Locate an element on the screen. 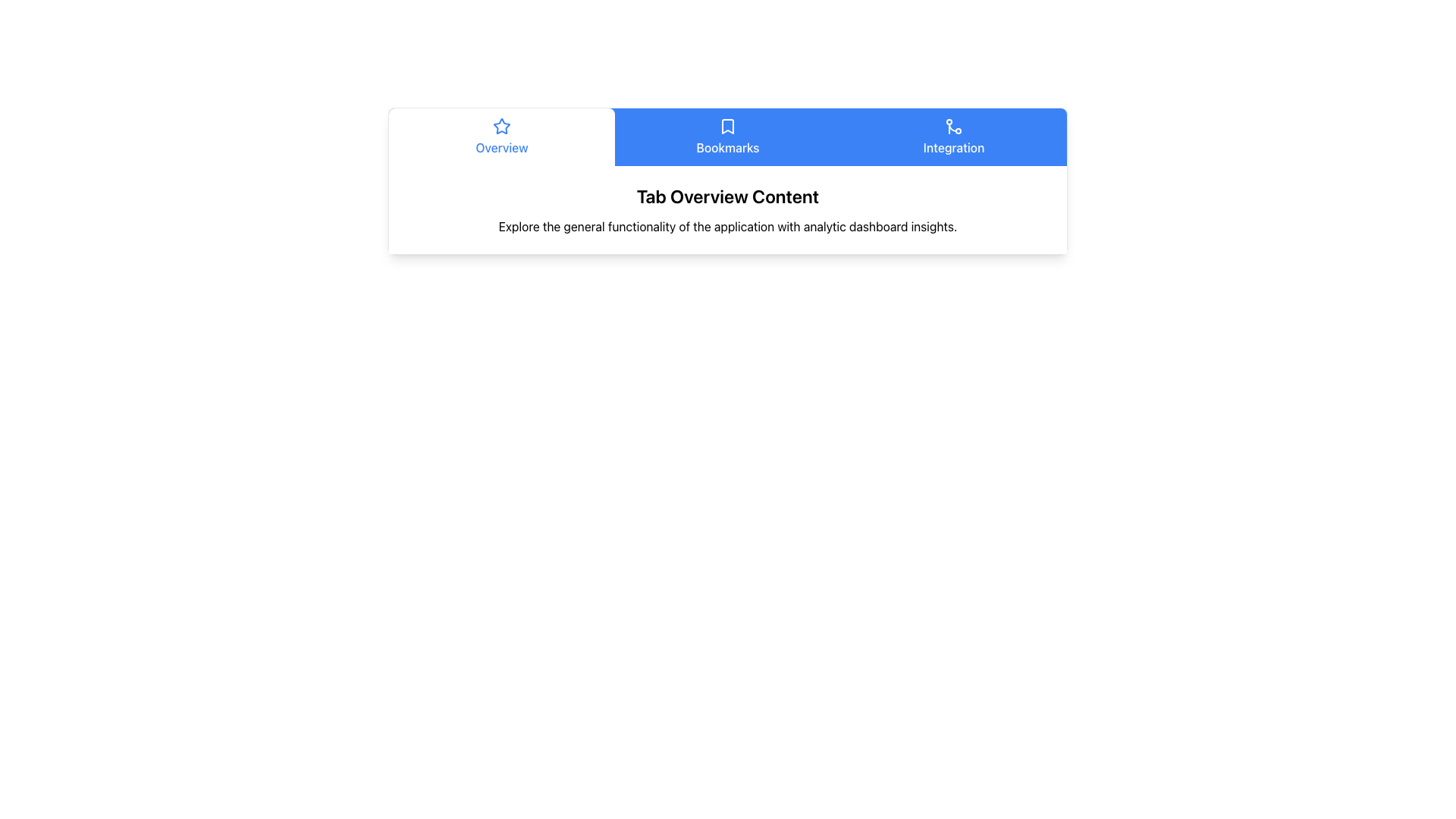 Image resolution: width=1456 pixels, height=819 pixels. the 'Overview' tab, which is the leftmost tab in the navigation bar, styled with a white background and blue text is located at coordinates (502, 137).